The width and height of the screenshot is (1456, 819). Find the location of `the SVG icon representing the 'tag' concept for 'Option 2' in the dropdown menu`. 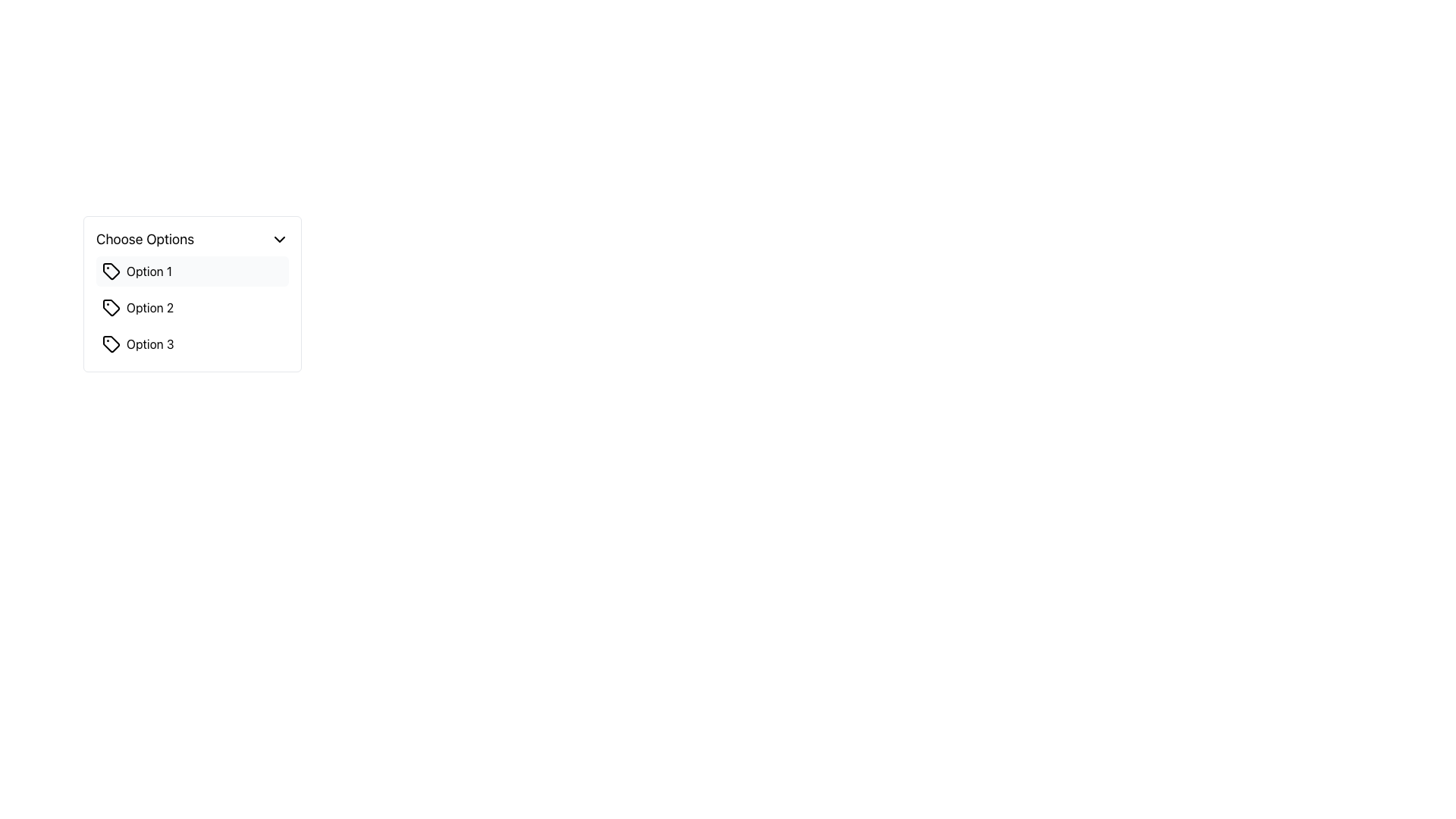

the SVG icon representing the 'tag' concept for 'Option 2' in the dropdown menu is located at coordinates (111, 307).